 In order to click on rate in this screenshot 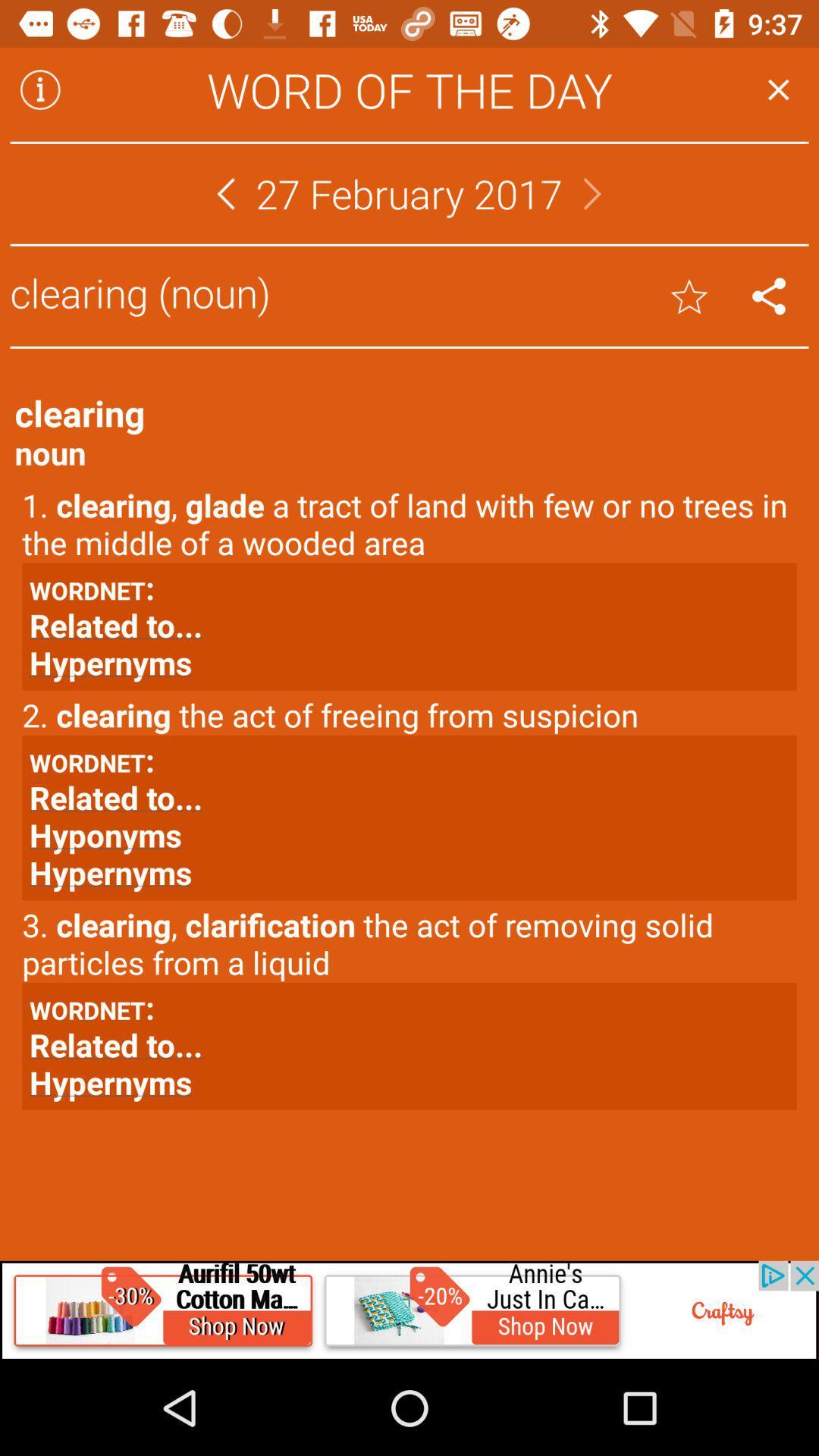, I will do `click(689, 296)`.